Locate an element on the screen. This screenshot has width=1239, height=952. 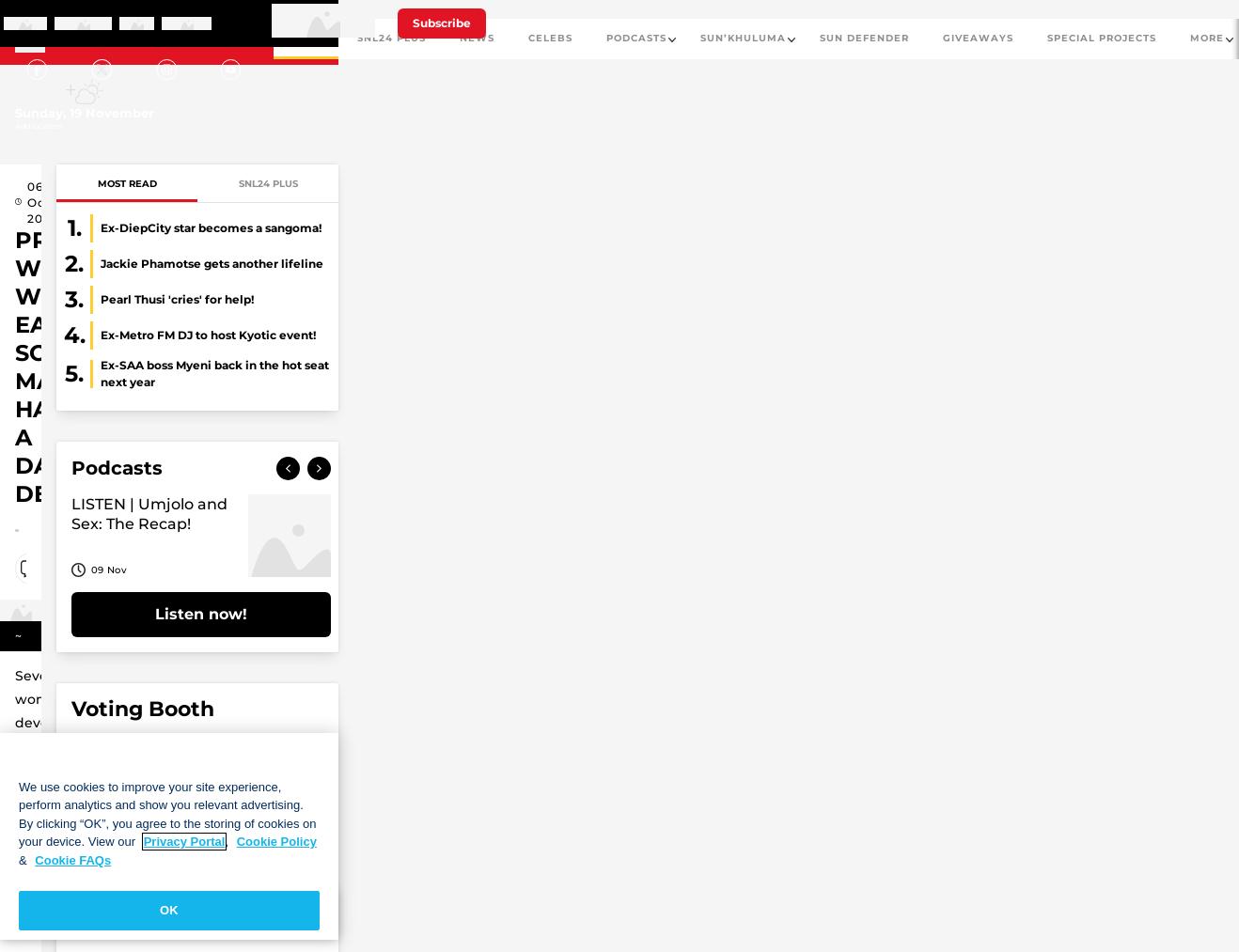
'Voting Booth' is located at coordinates (141, 709).